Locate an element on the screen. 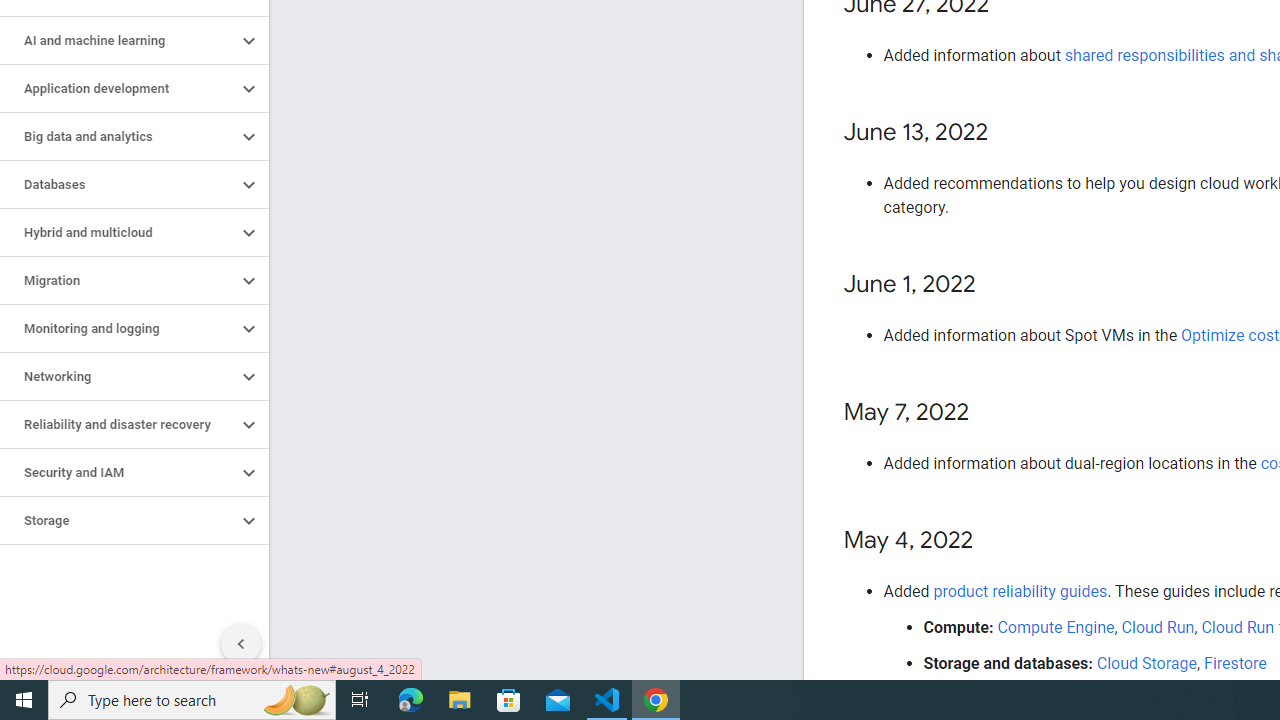  'Reliability and disaster recovery' is located at coordinates (117, 424).